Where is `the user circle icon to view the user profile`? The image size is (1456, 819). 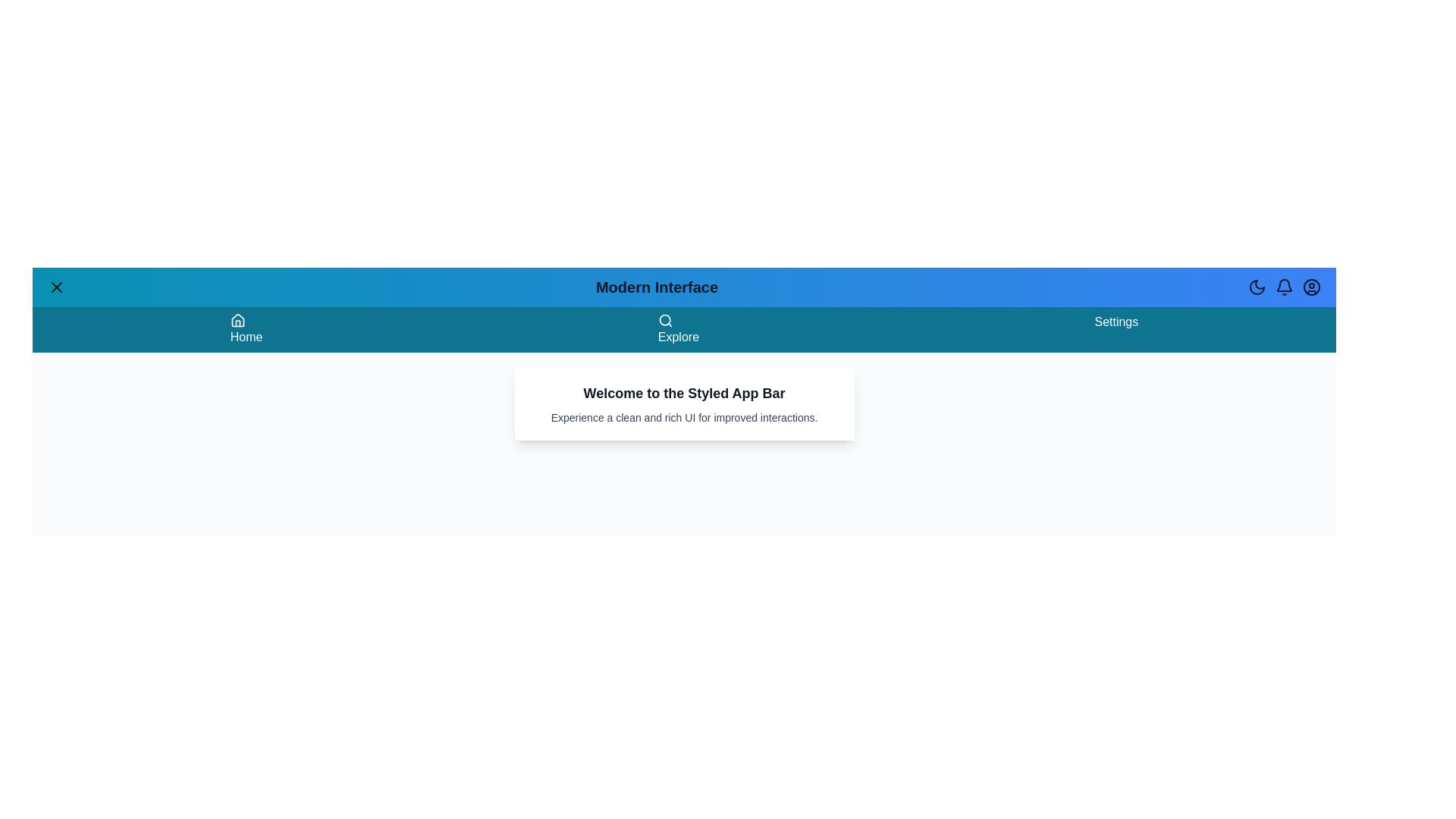 the user circle icon to view the user profile is located at coordinates (1310, 287).